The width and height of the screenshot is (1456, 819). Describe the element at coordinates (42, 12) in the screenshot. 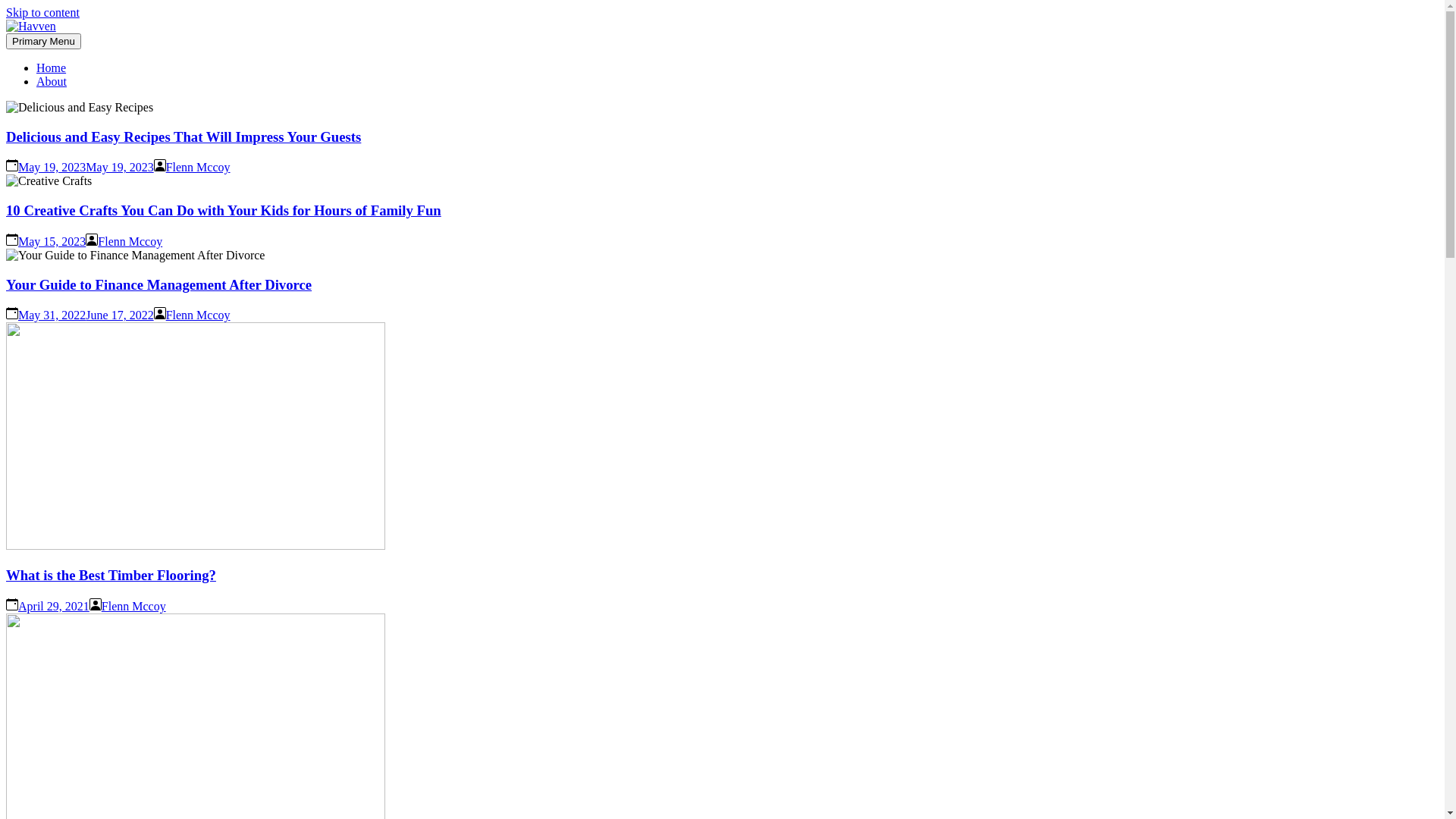

I see `'Skip to content'` at that location.